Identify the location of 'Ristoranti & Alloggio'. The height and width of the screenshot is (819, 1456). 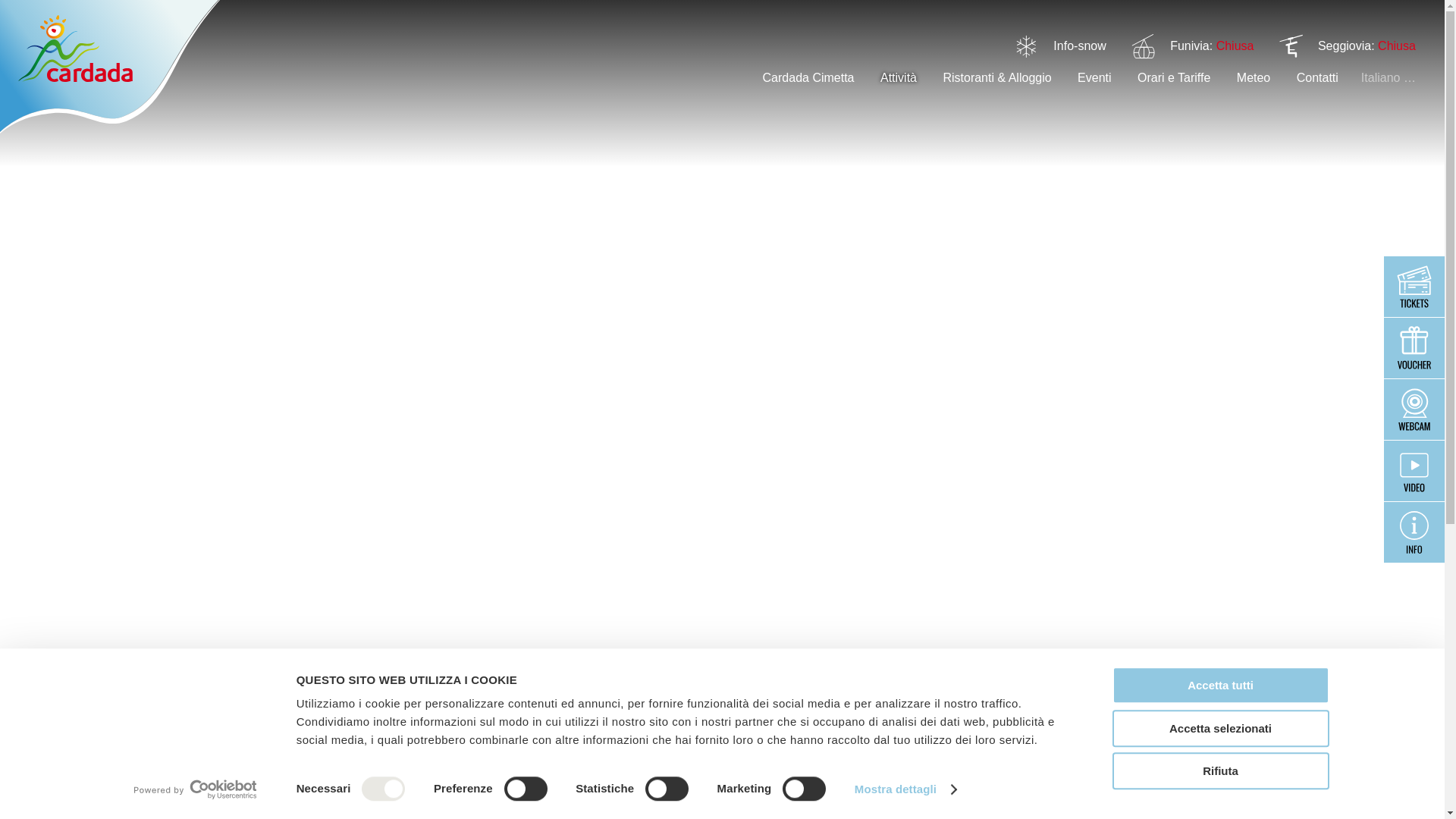
(996, 77).